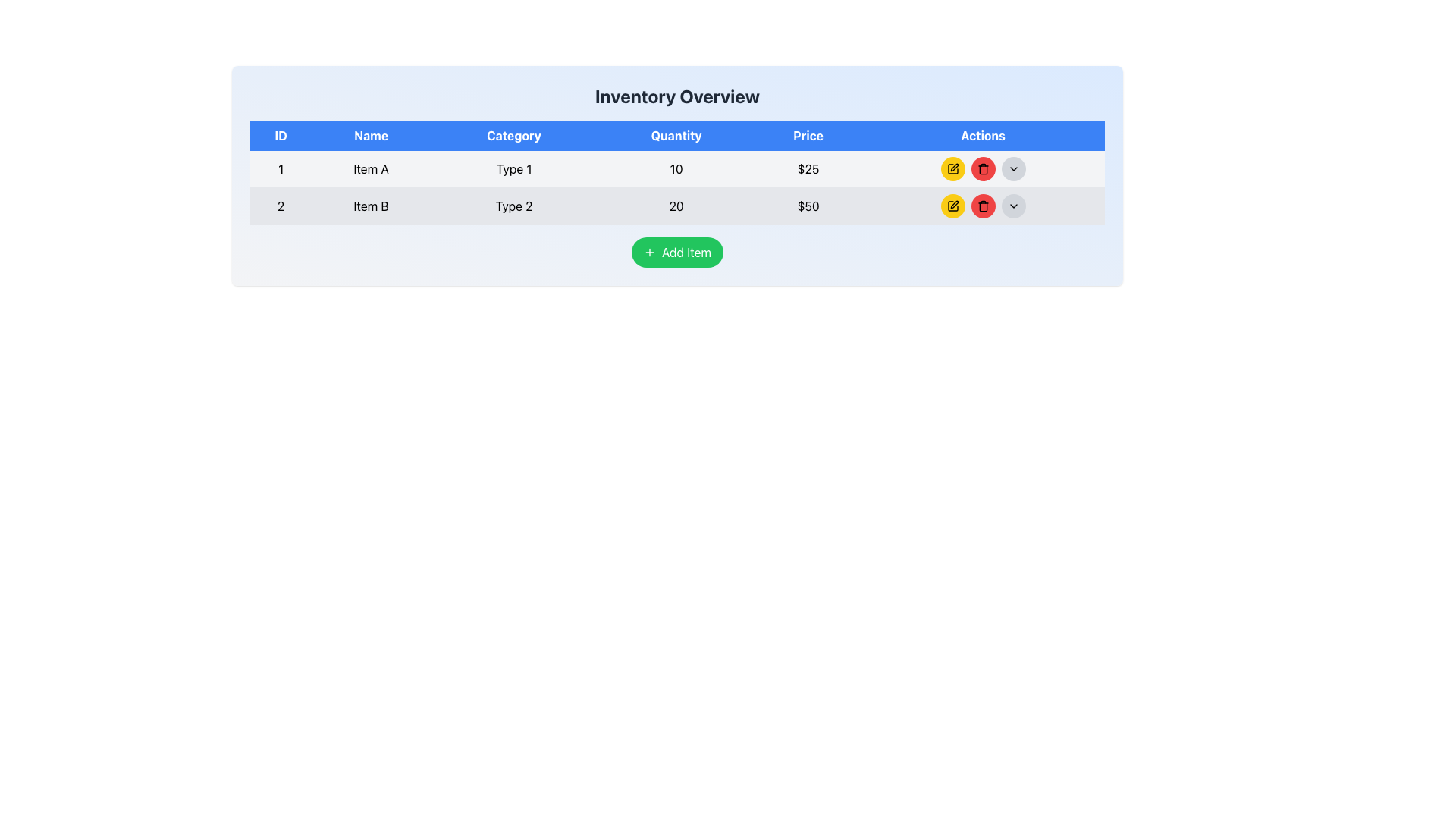 Image resolution: width=1456 pixels, height=819 pixels. Describe the element at coordinates (983, 206) in the screenshot. I see `the circular red button with a trash can icon in the 'Actions' column of the second row under 'Inventory Overview' to initiate deletion` at that location.